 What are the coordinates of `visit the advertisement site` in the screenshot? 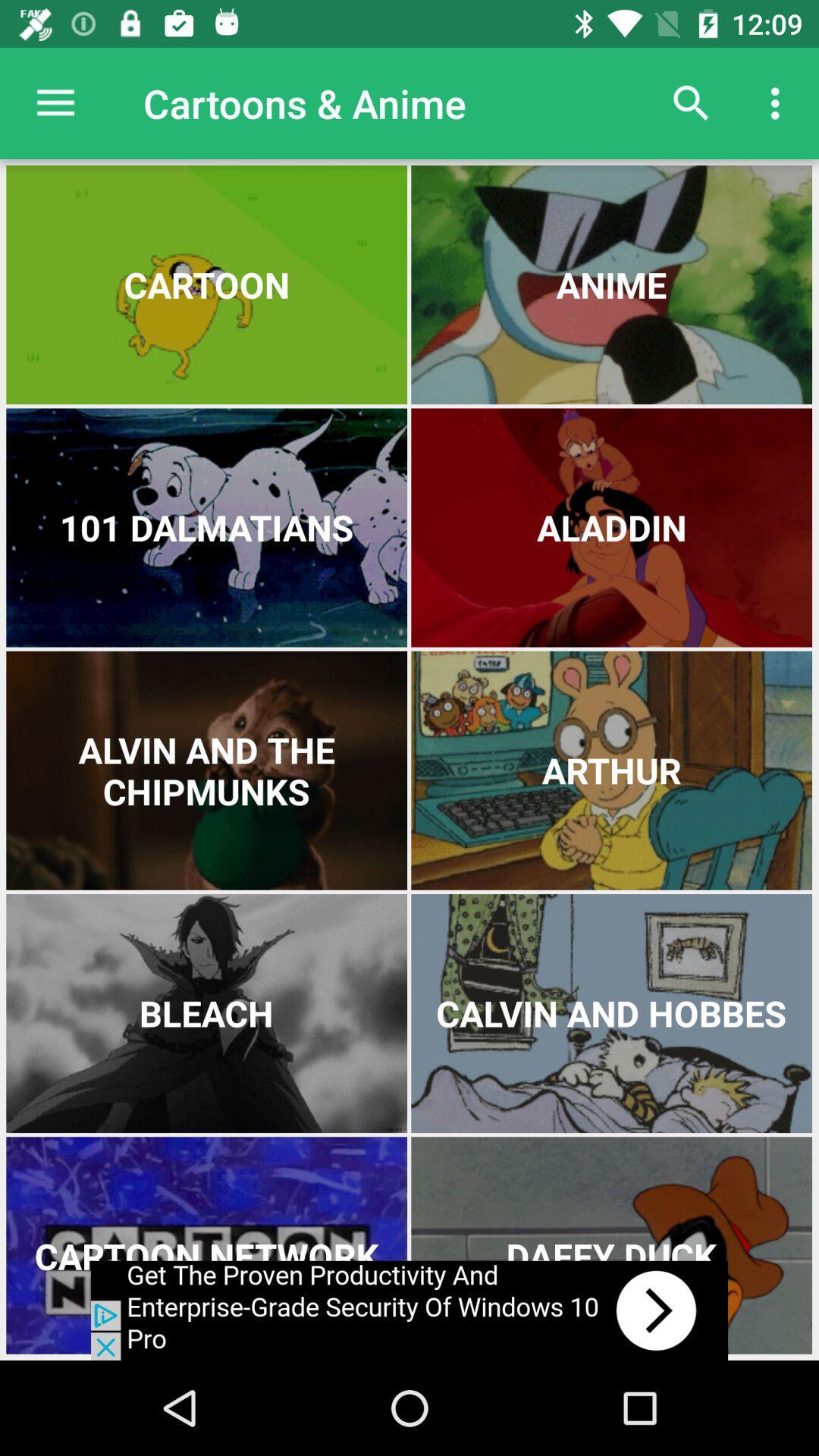 It's located at (409, 1310).